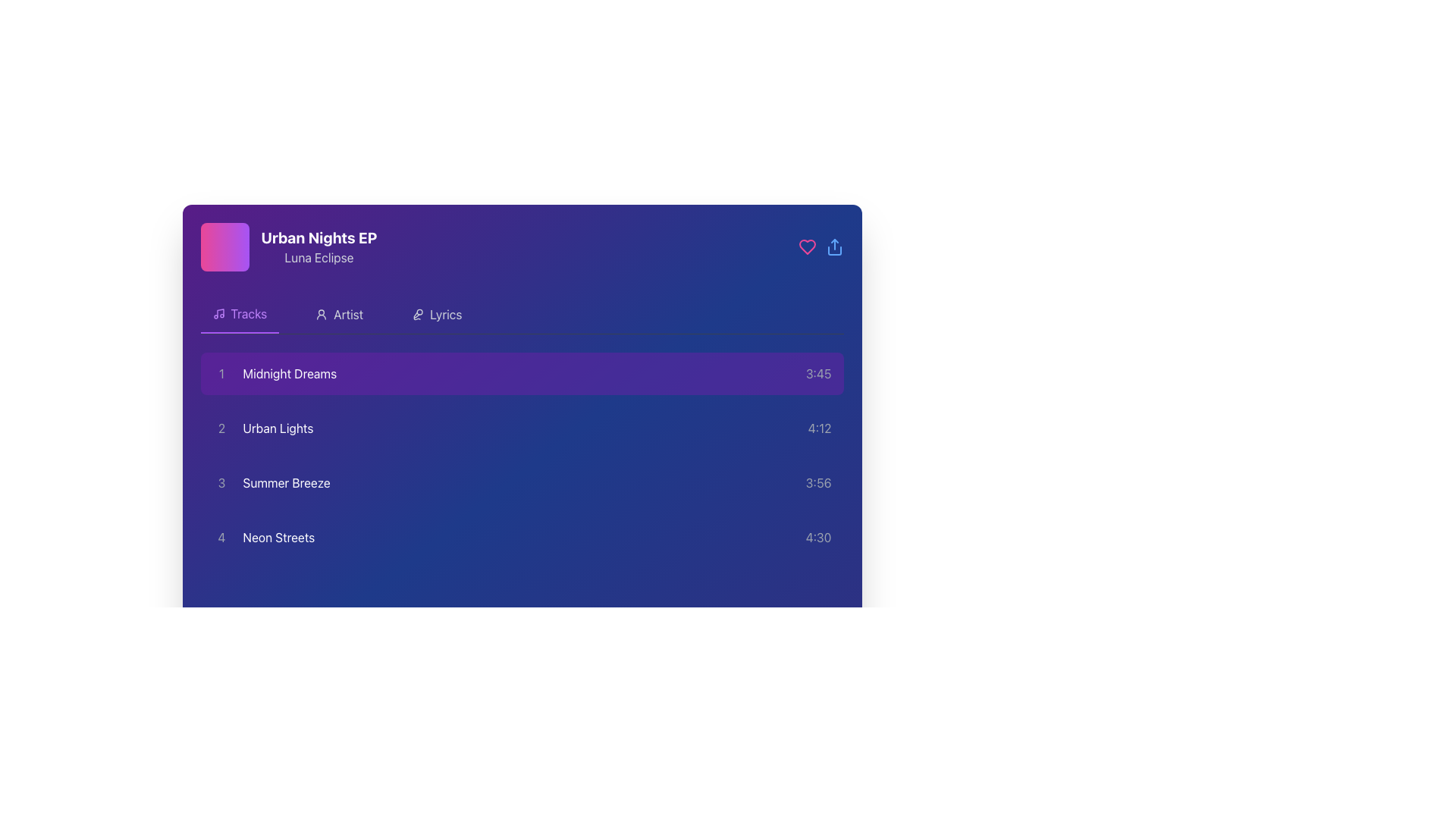 The width and height of the screenshot is (1456, 819). I want to click on the 'Tracks' button in the navigation bar of the music application to possibly reveal a tooltip or change its style, so click(239, 314).